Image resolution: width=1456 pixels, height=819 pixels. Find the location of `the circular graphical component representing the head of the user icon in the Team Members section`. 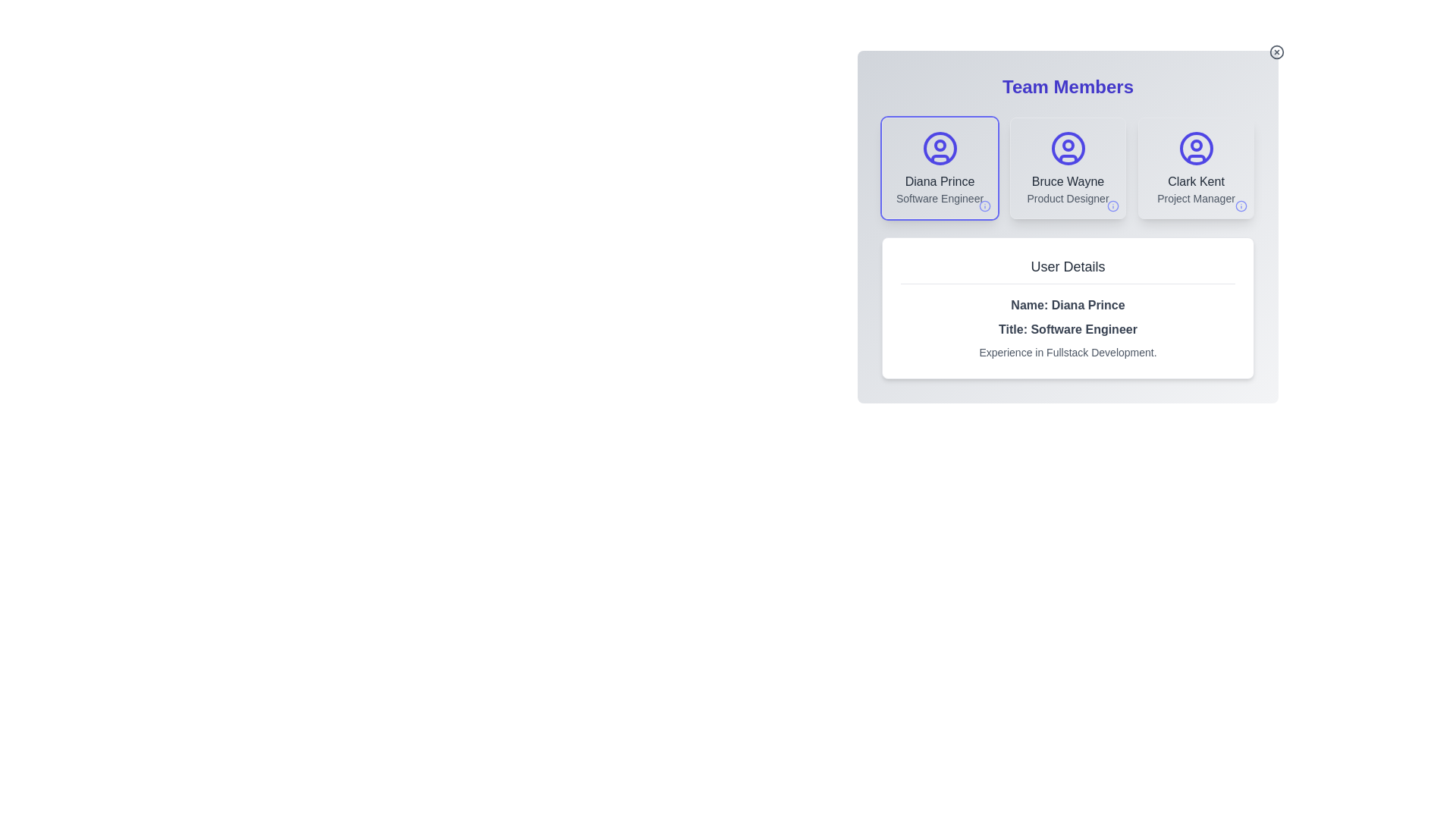

the circular graphical component representing the head of the user icon in the Team Members section is located at coordinates (939, 146).